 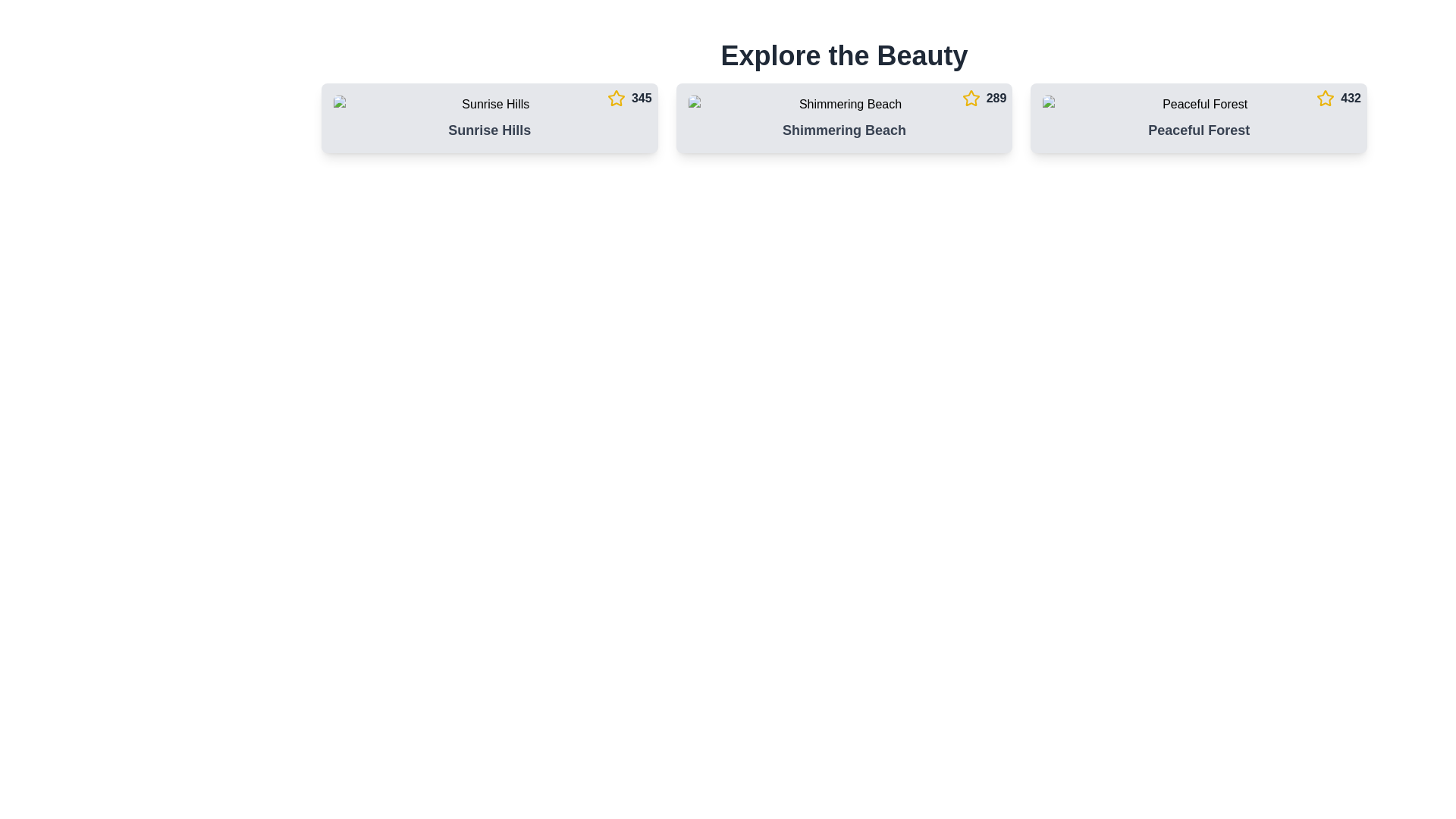 I want to click on the text label displaying 'Shimmering Beach' to trigger a visual effect, so click(x=843, y=130).